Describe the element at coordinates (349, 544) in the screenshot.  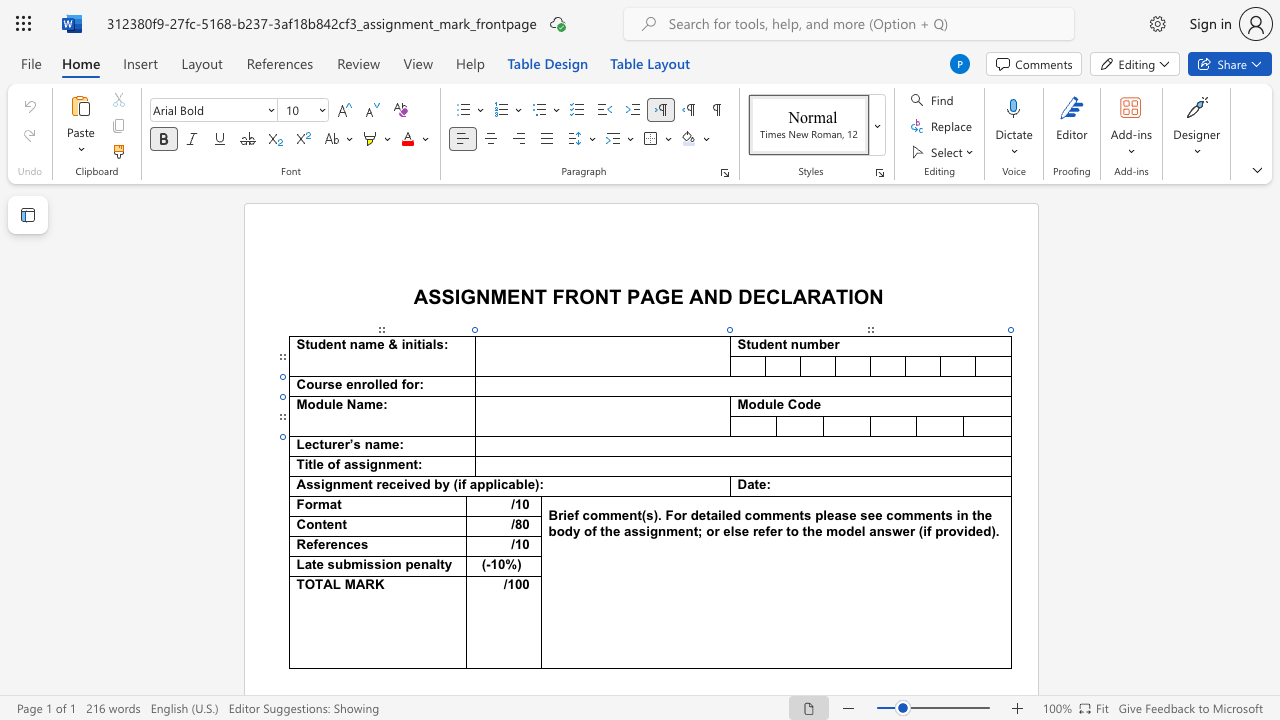
I see `the 1th character "c" in the text` at that location.